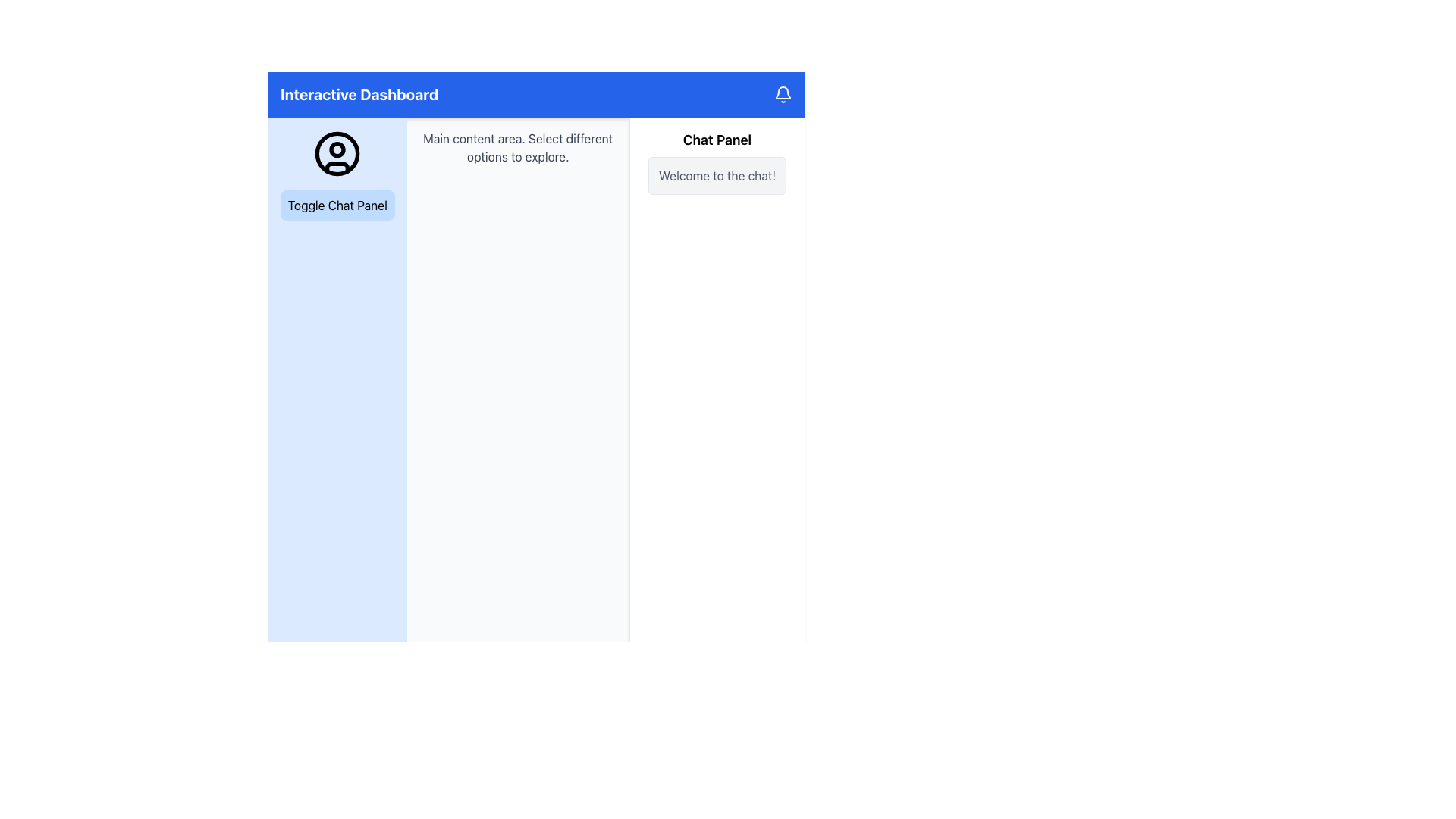 This screenshot has width=1456, height=819. What do you see at coordinates (716, 140) in the screenshot?
I see `the Text Label that identifies the associated chat panel section, located at the top part of a vertical panel on the right side of the interface` at bounding box center [716, 140].